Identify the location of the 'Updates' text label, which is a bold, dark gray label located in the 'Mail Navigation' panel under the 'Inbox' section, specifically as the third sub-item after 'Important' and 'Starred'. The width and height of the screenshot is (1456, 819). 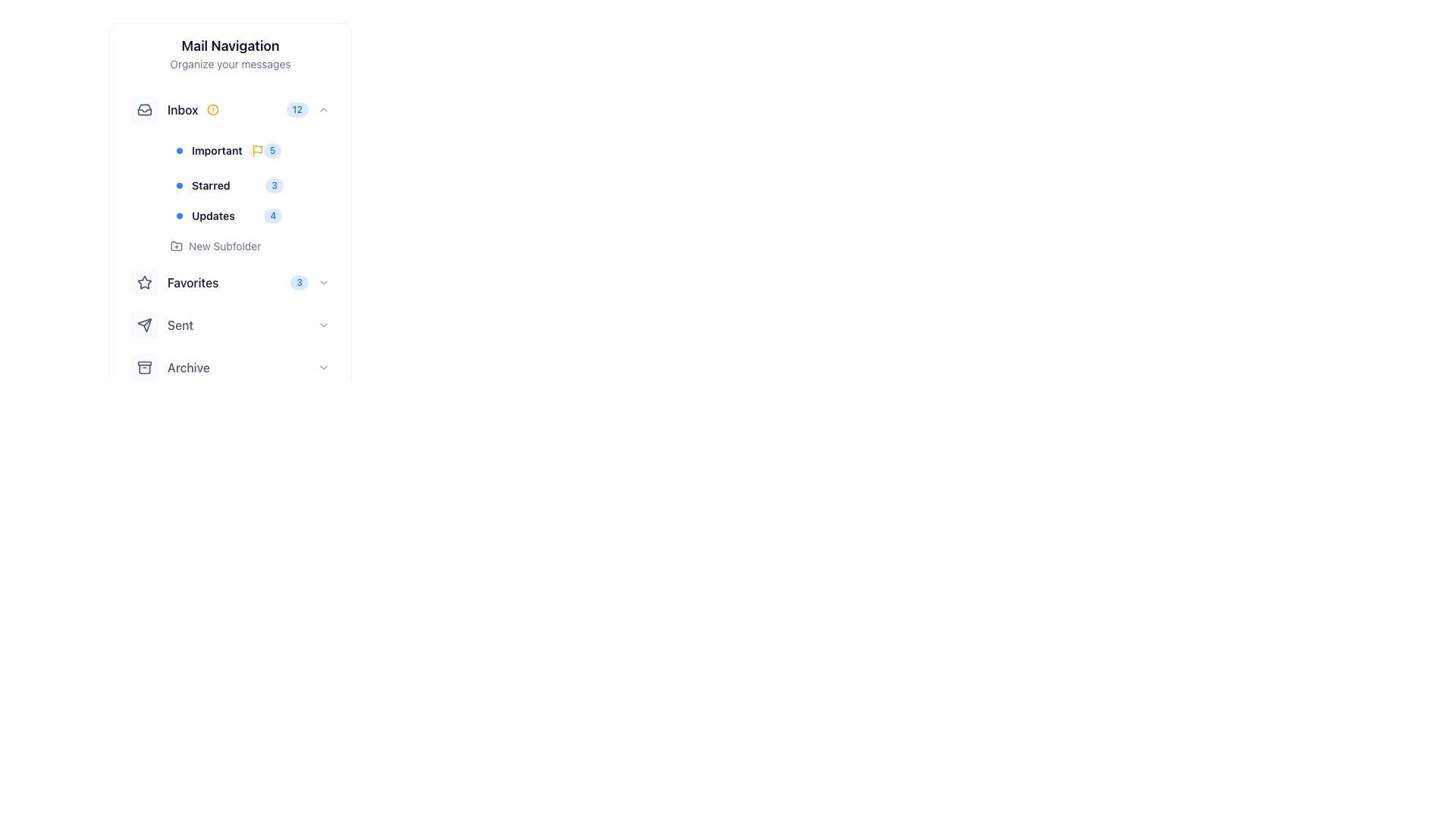
(212, 216).